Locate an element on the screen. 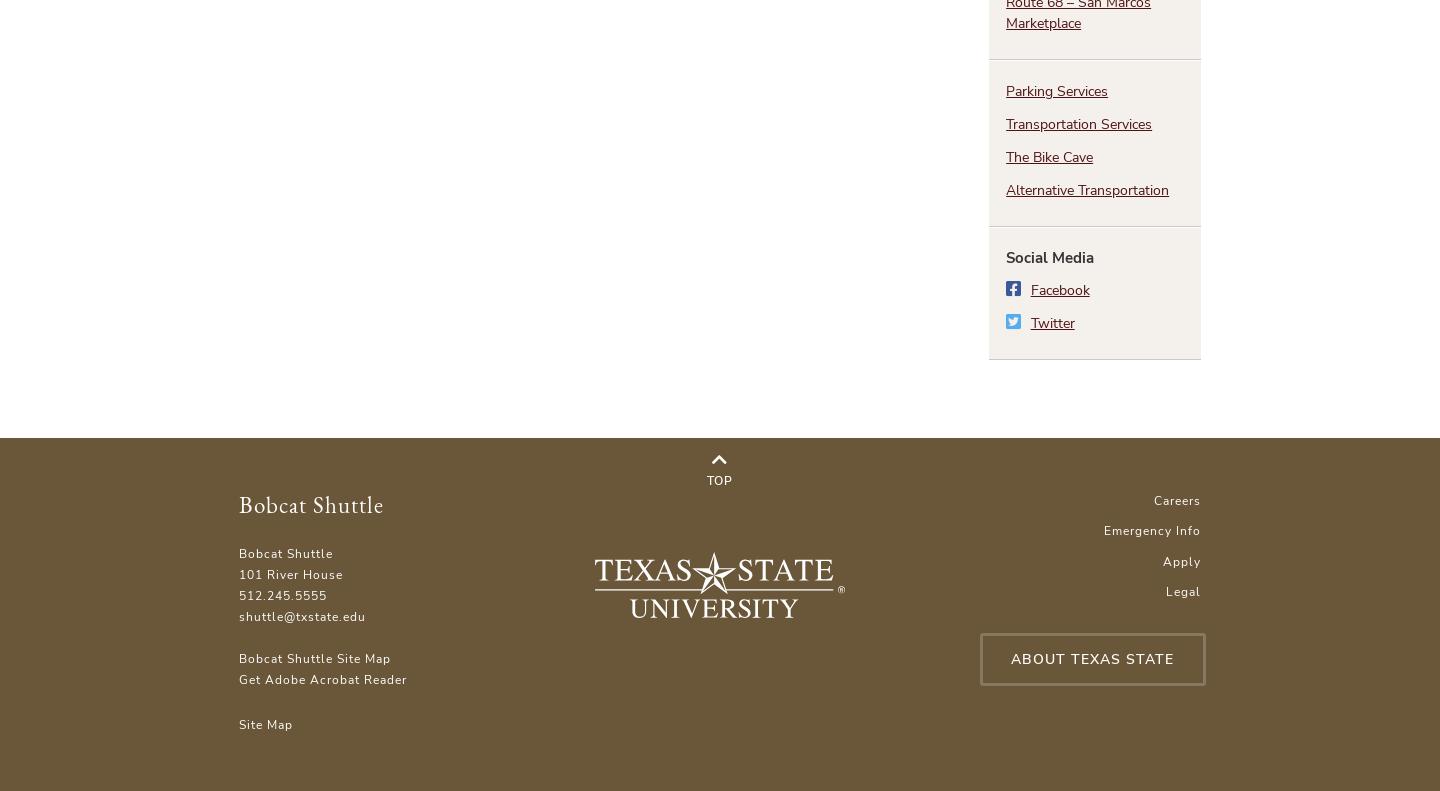 The height and width of the screenshot is (791, 1440). 'Site Map' is located at coordinates (264, 722).